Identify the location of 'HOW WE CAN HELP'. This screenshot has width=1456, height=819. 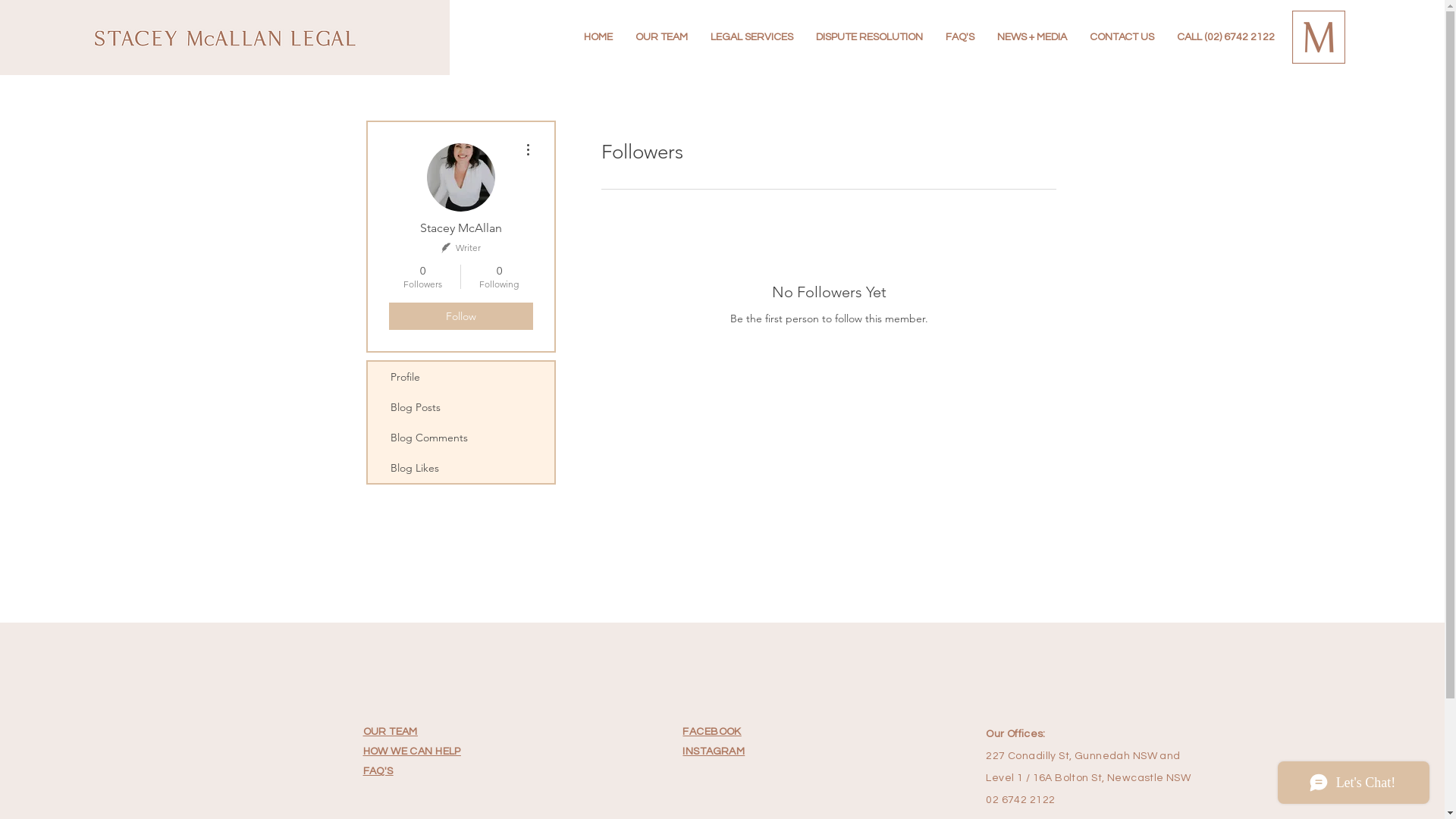
(362, 751).